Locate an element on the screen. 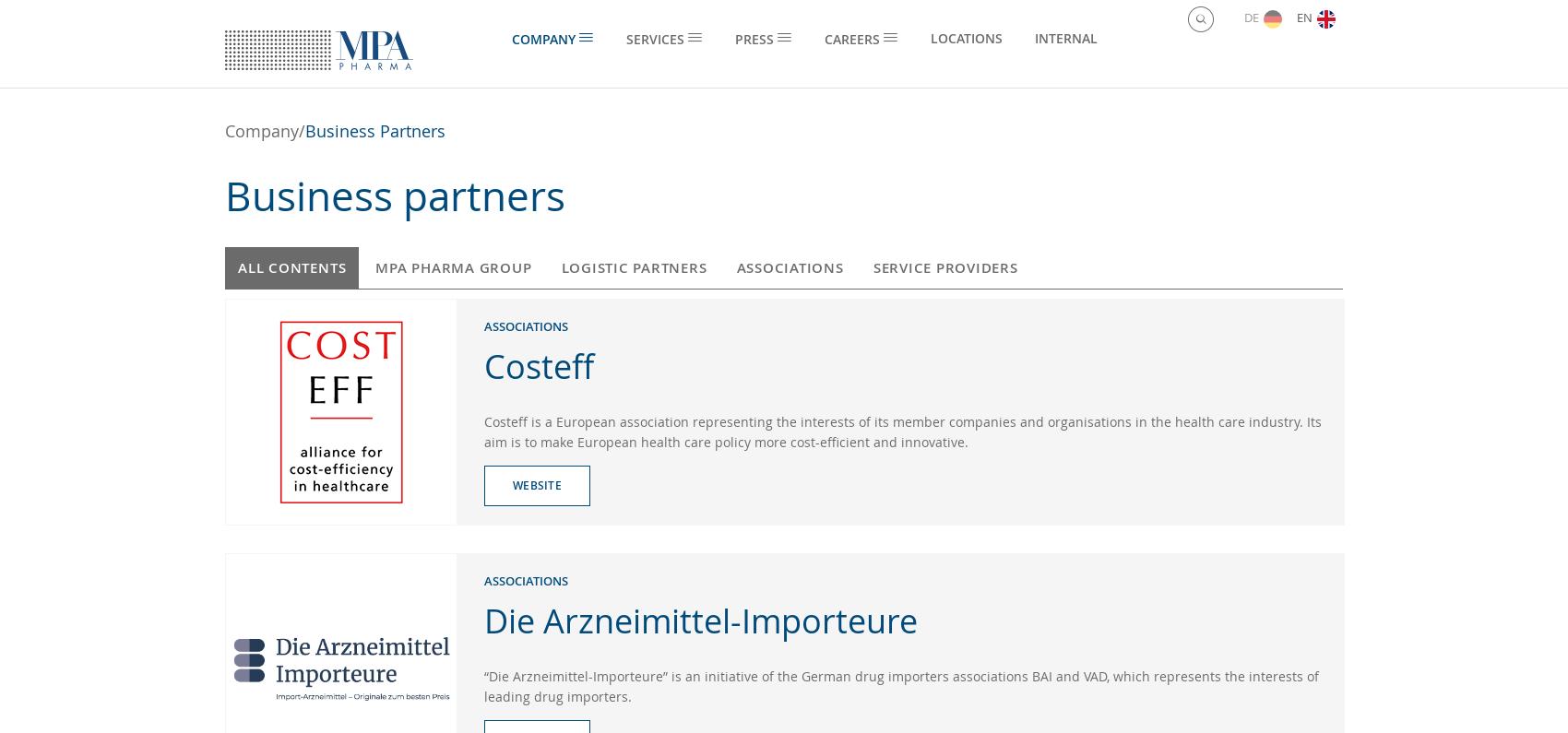 The width and height of the screenshot is (1568, 733). 'Press' is located at coordinates (753, 39).